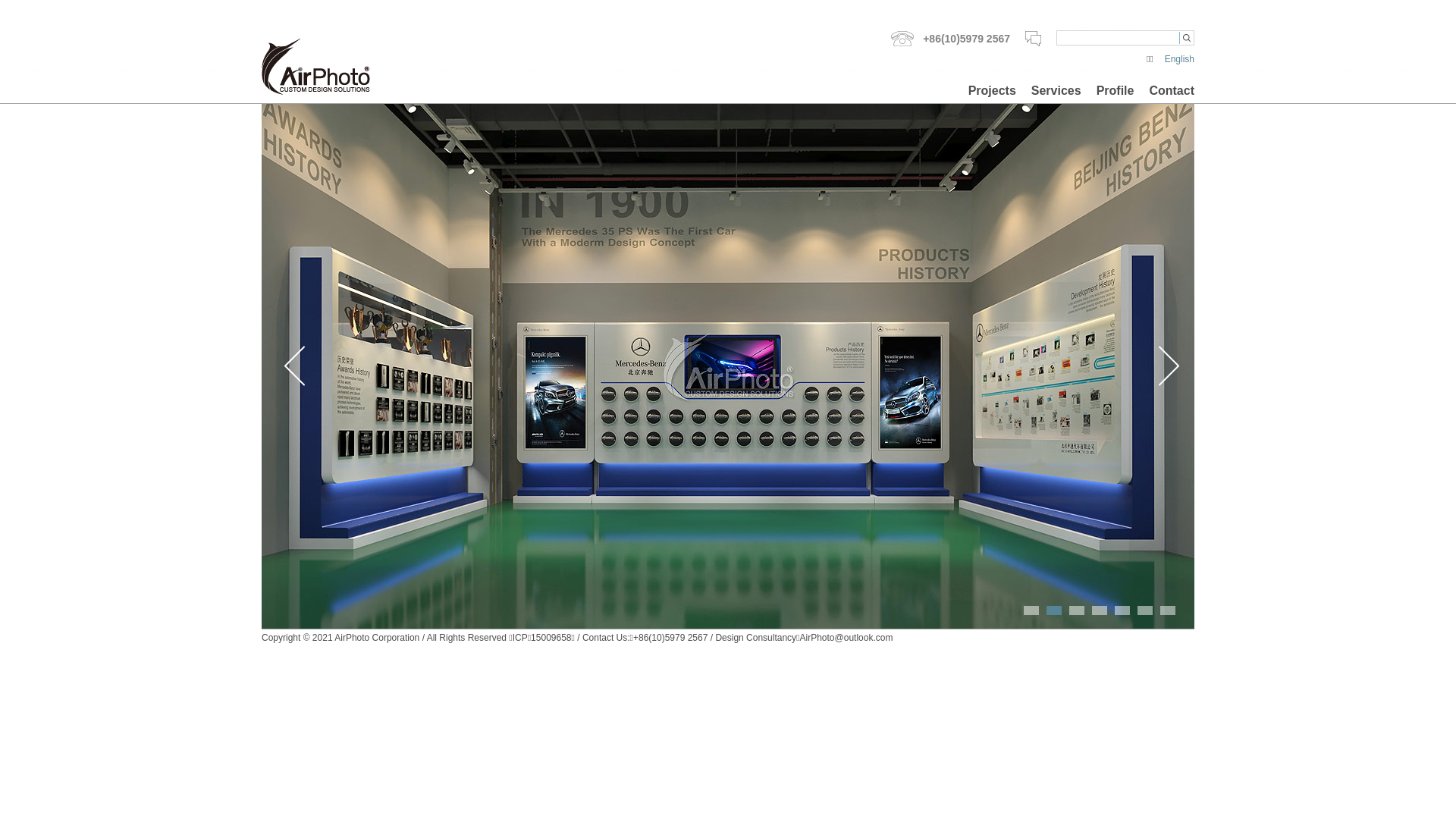  I want to click on 'Profile', so click(1115, 90).